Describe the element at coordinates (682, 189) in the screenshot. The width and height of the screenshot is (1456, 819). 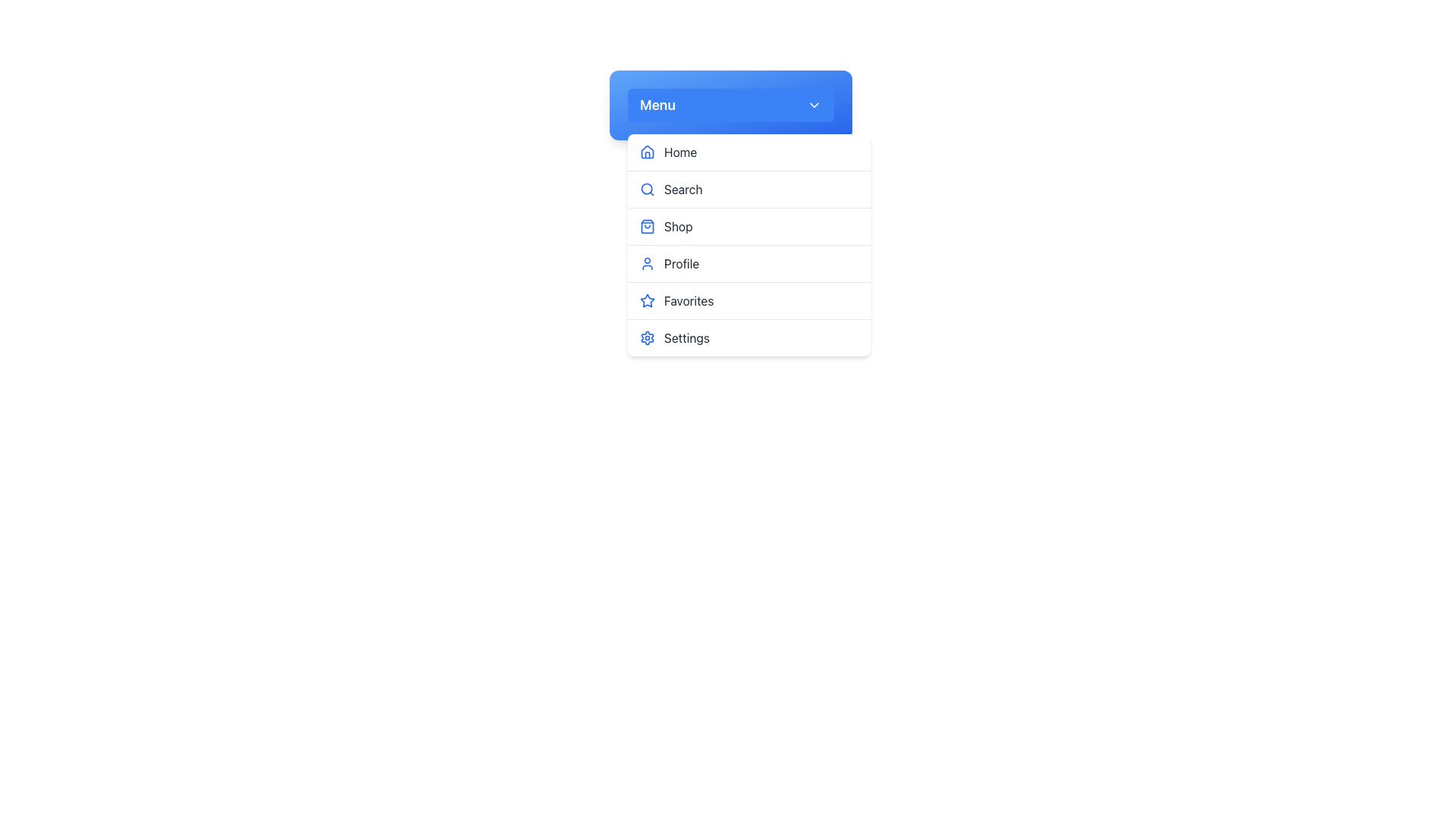
I see `the second item in the dropdown menu below the blue 'Menu' button, which is a text label likely leading to search functionality` at that location.